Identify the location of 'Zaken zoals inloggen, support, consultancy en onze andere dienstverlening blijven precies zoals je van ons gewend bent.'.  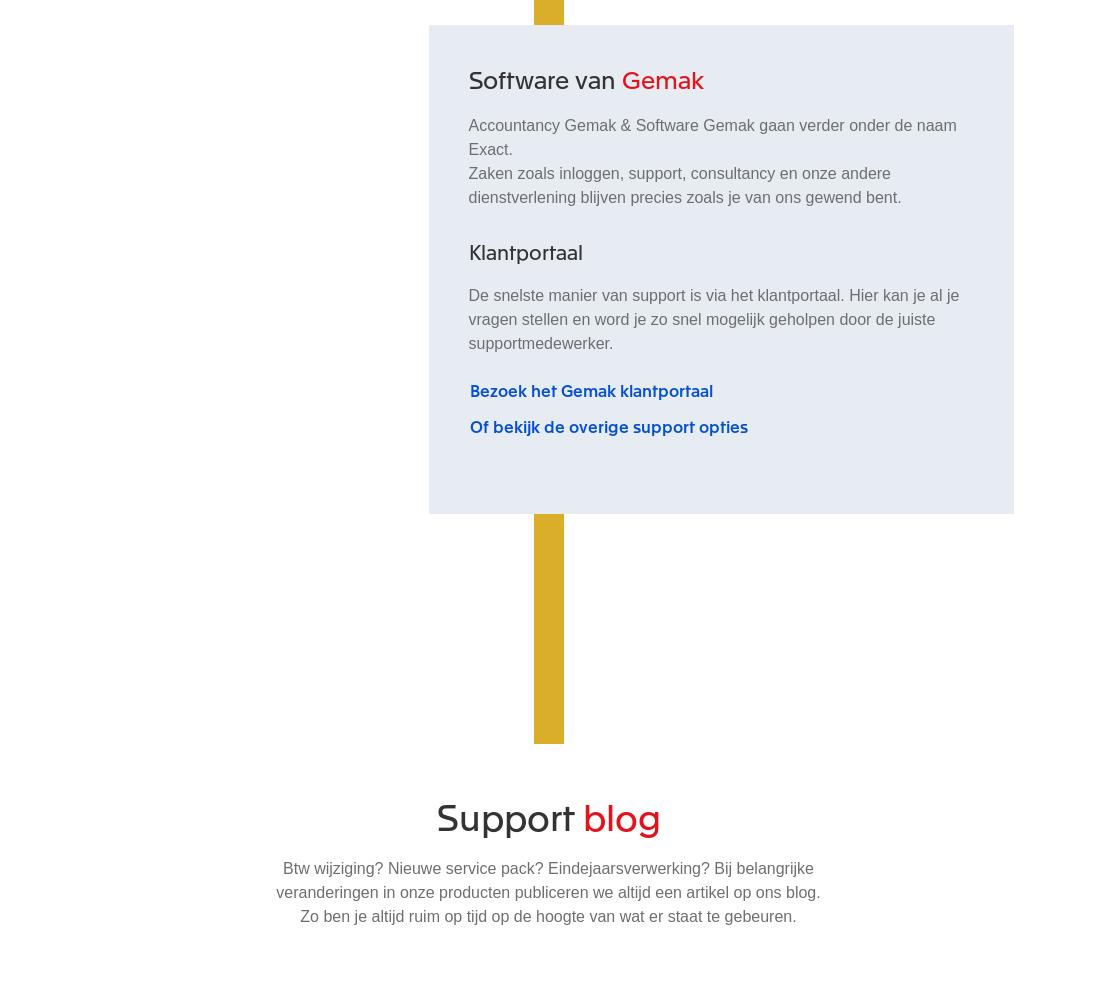
(683, 184).